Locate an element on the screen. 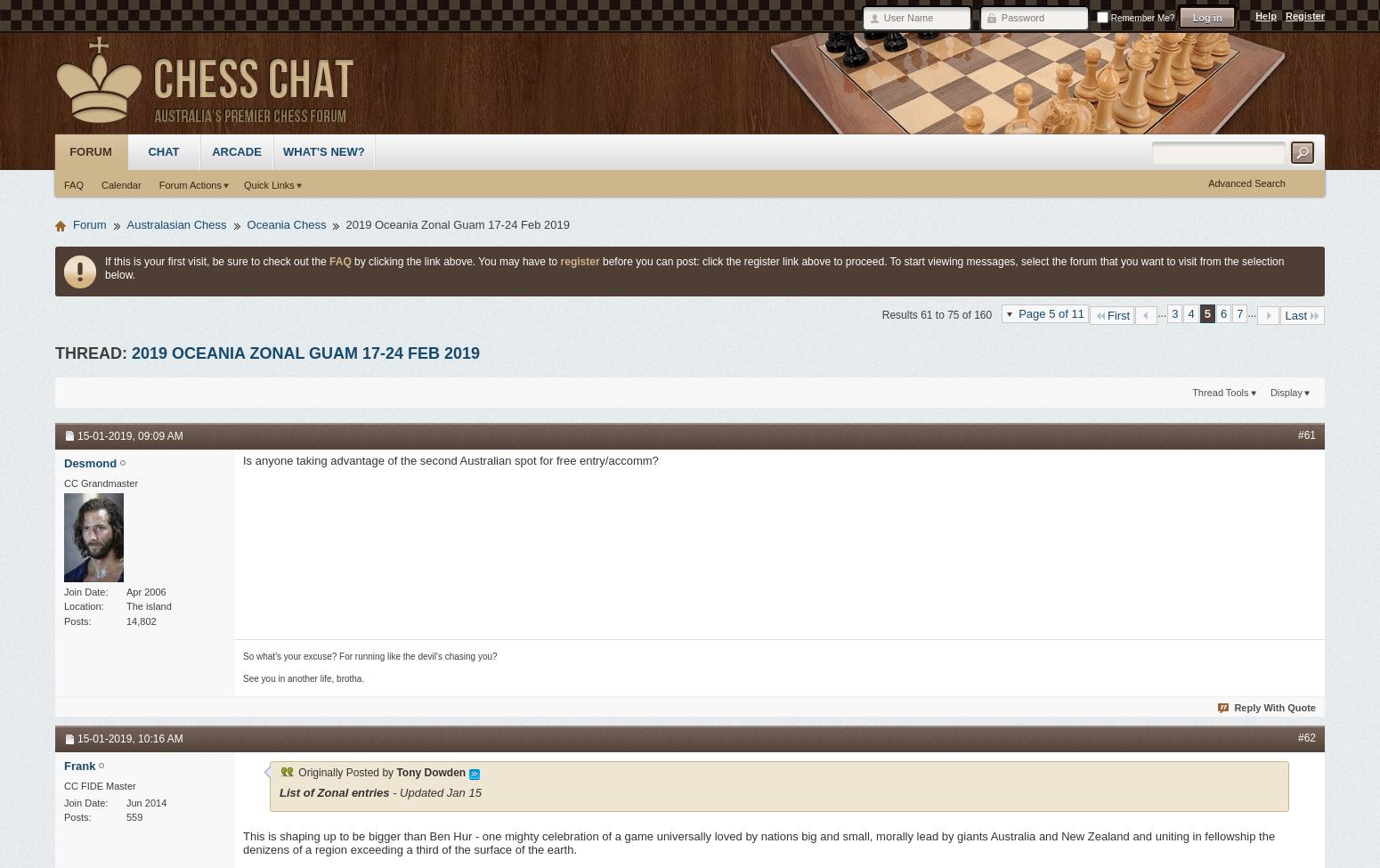  'CC Grandmaster' is located at coordinates (101, 482).